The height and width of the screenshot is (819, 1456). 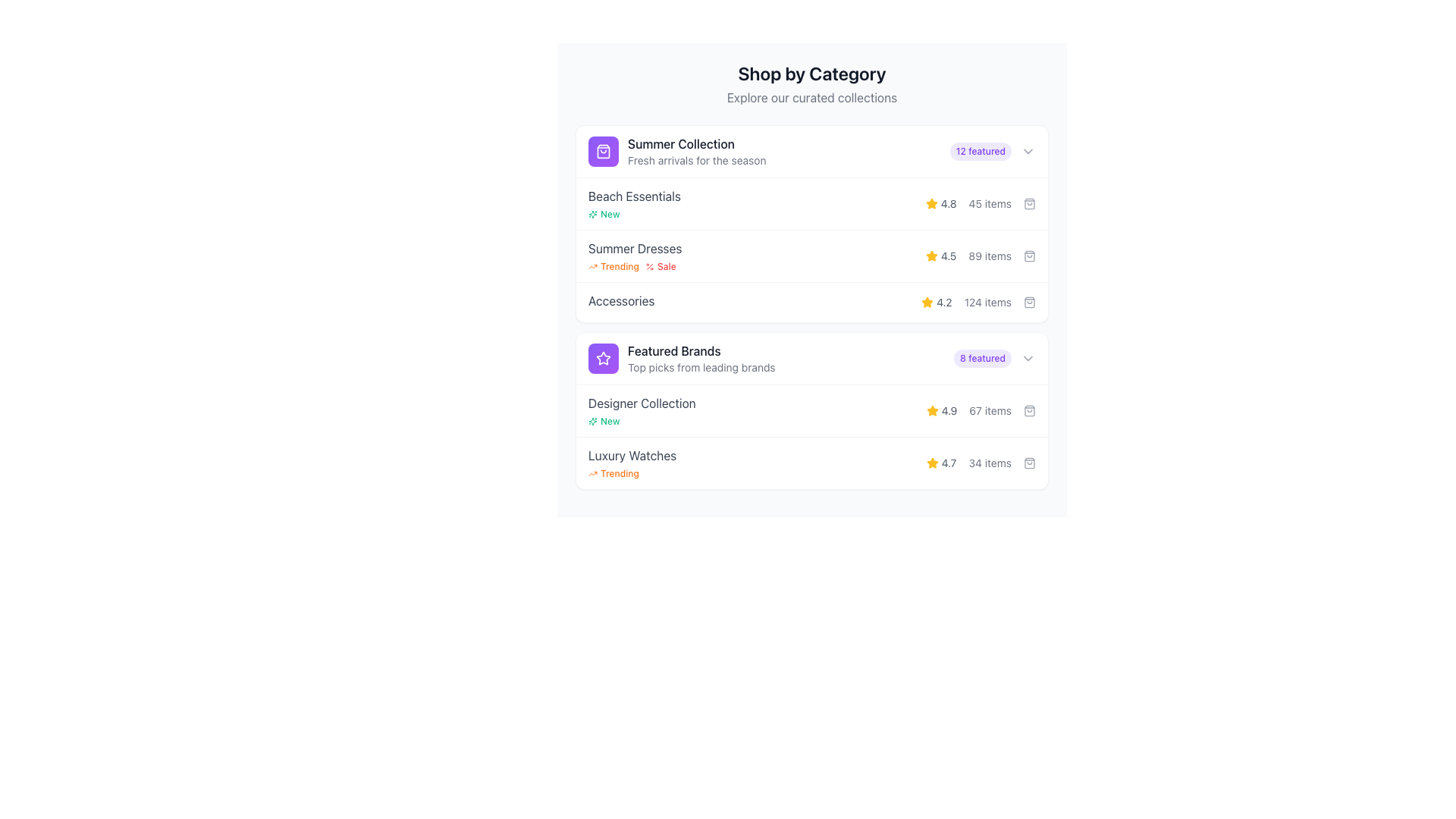 What do you see at coordinates (1028, 152) in the screenshot?
I see `the chevron icon located adjacent to the '12 featured' badge in the 'Summer Collection' section` at bounding box center [1028, 152].